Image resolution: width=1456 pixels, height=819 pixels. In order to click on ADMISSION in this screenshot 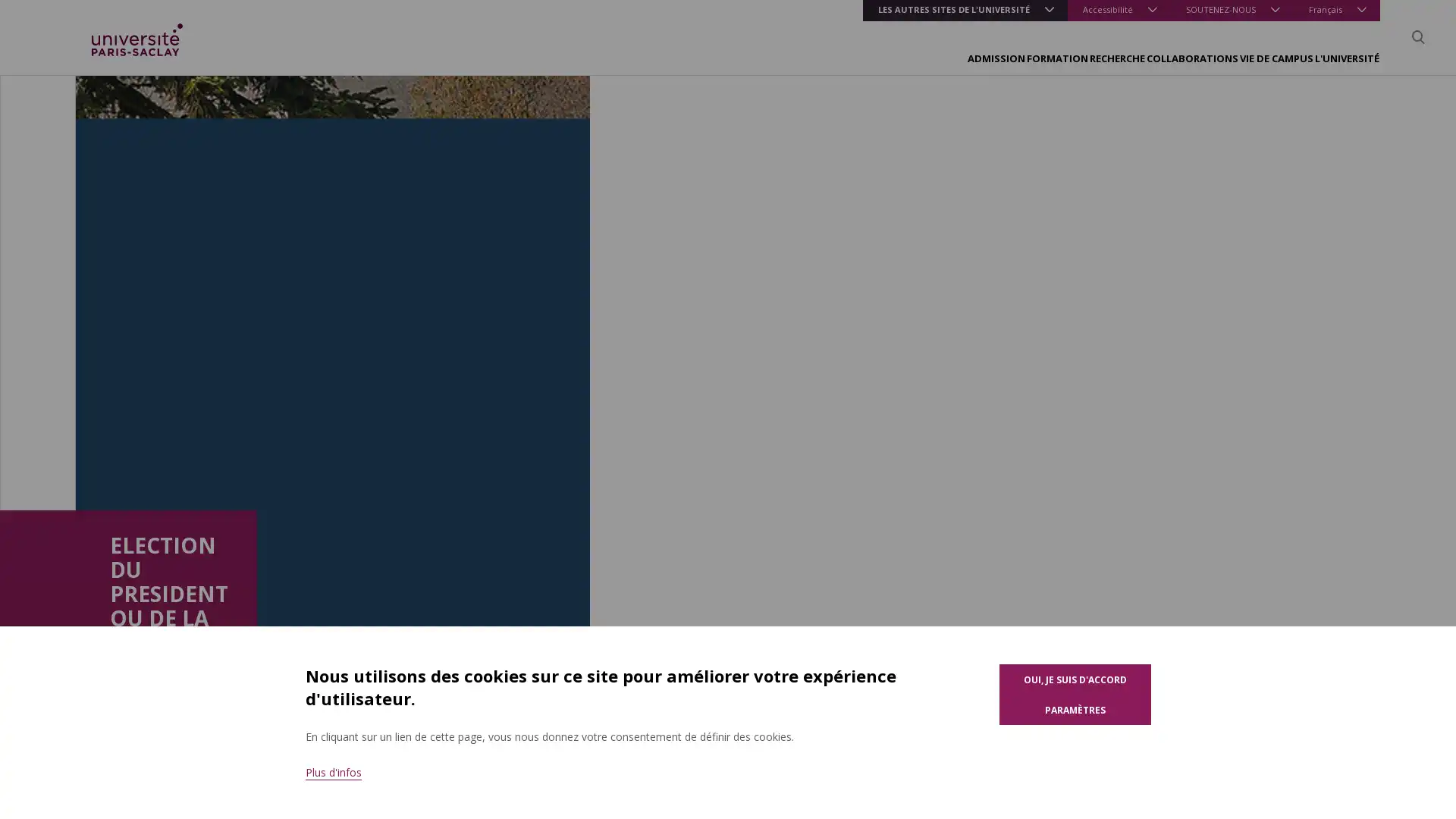, I will do `click(758, 52)`.